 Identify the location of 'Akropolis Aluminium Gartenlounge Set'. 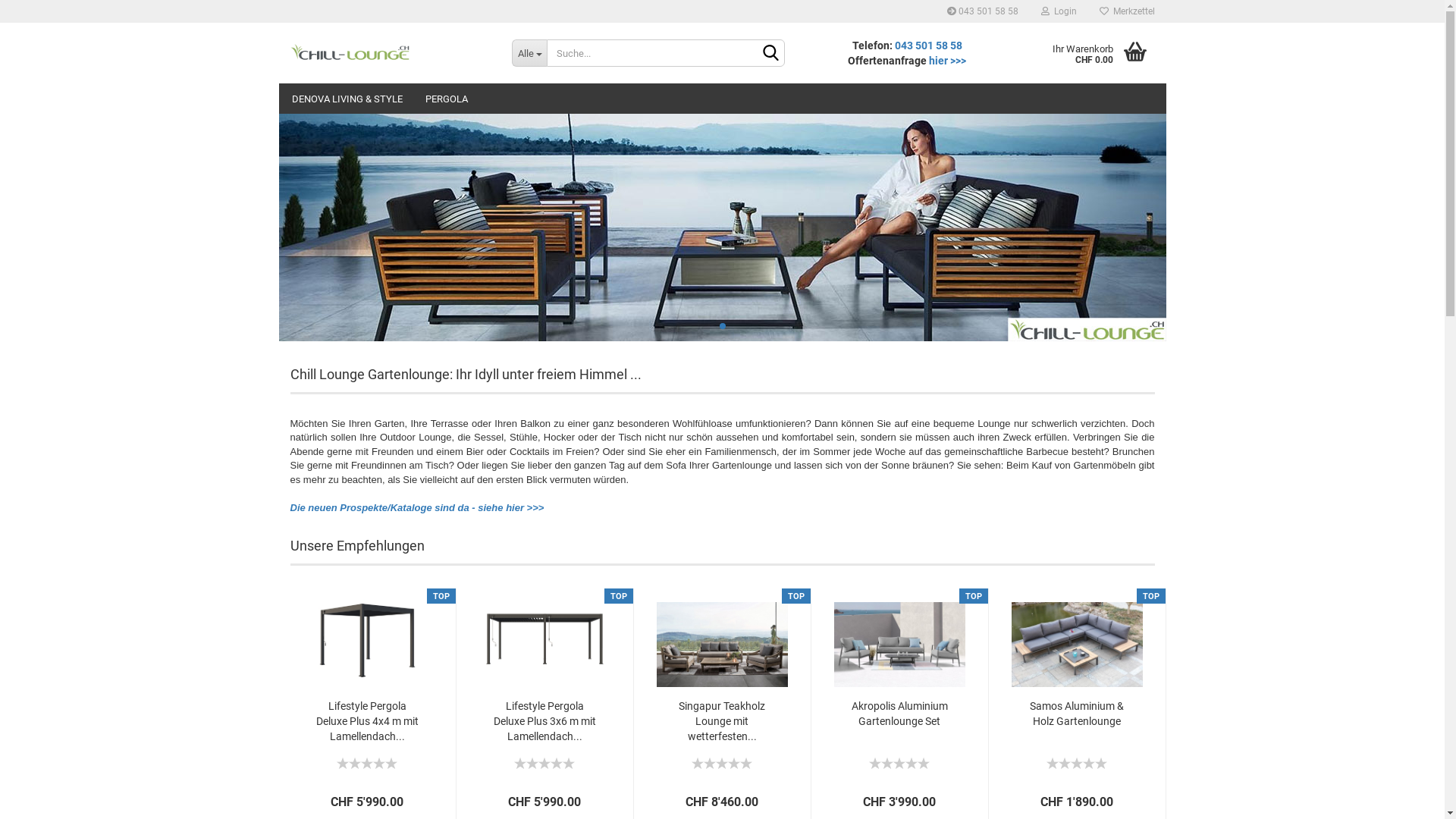
(843, 714).